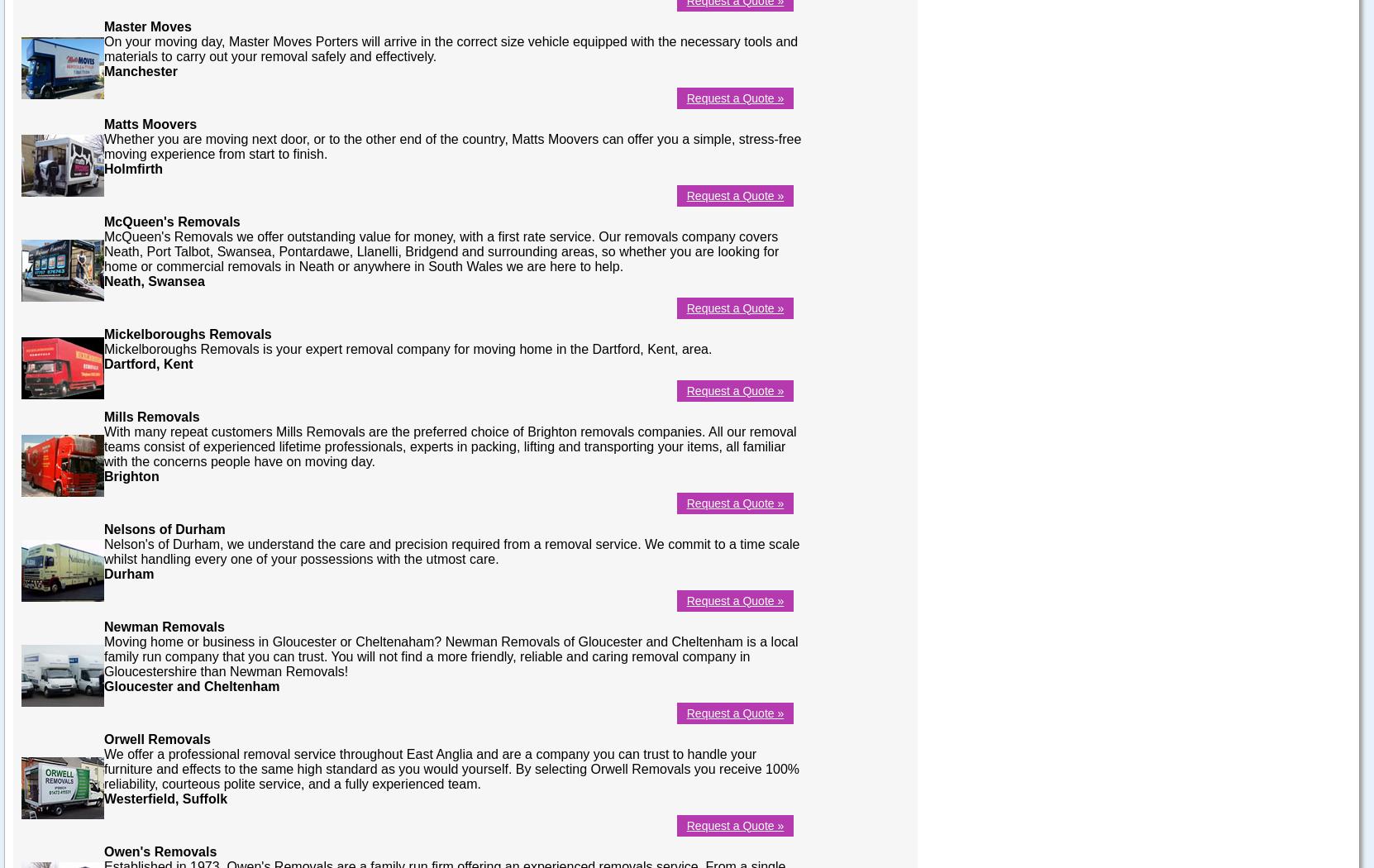  I want to click on 'Neath, Swansea', so click(103, 279).